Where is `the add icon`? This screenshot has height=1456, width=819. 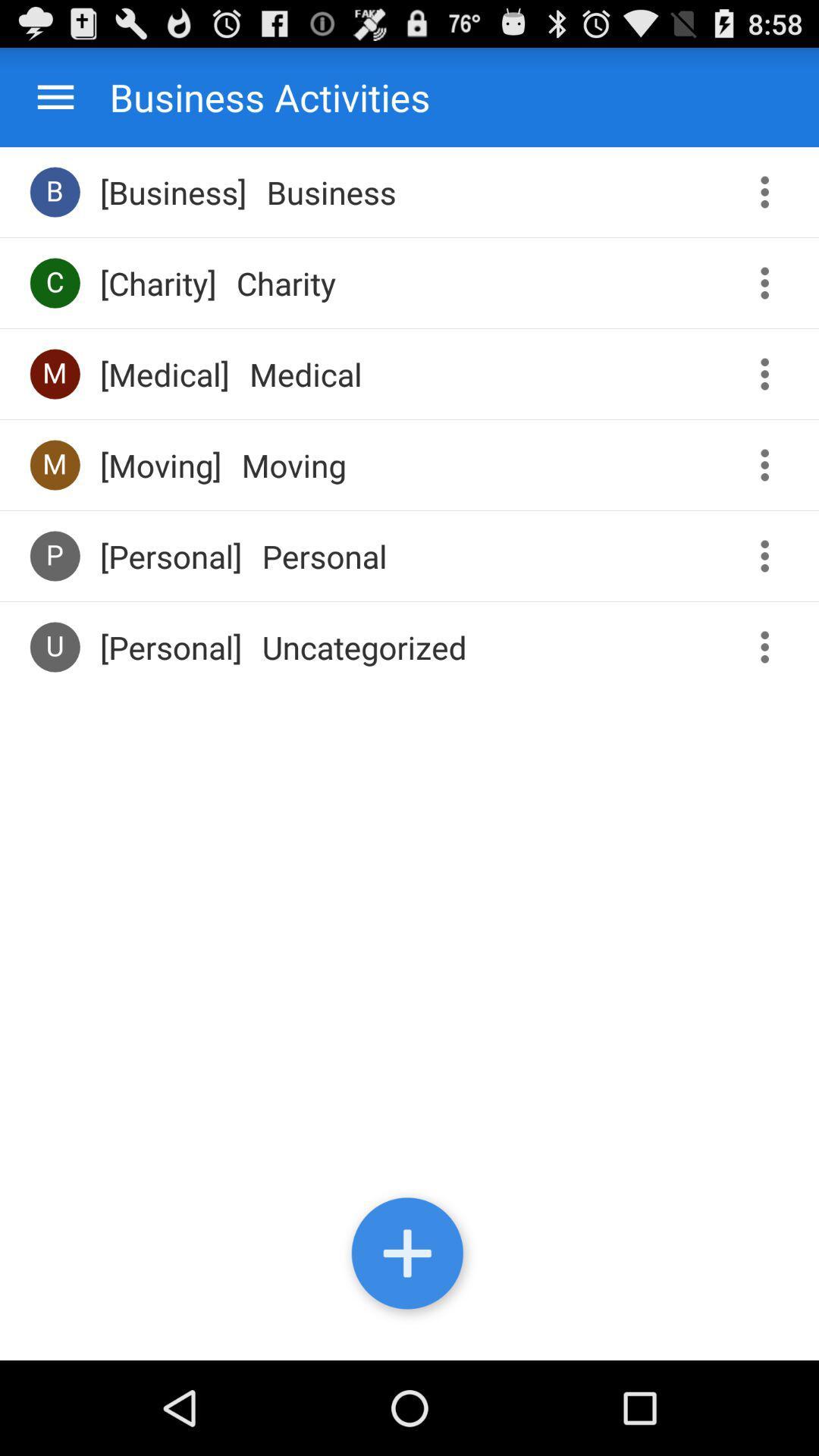 the add icon is located at coordinates (409, 1345).